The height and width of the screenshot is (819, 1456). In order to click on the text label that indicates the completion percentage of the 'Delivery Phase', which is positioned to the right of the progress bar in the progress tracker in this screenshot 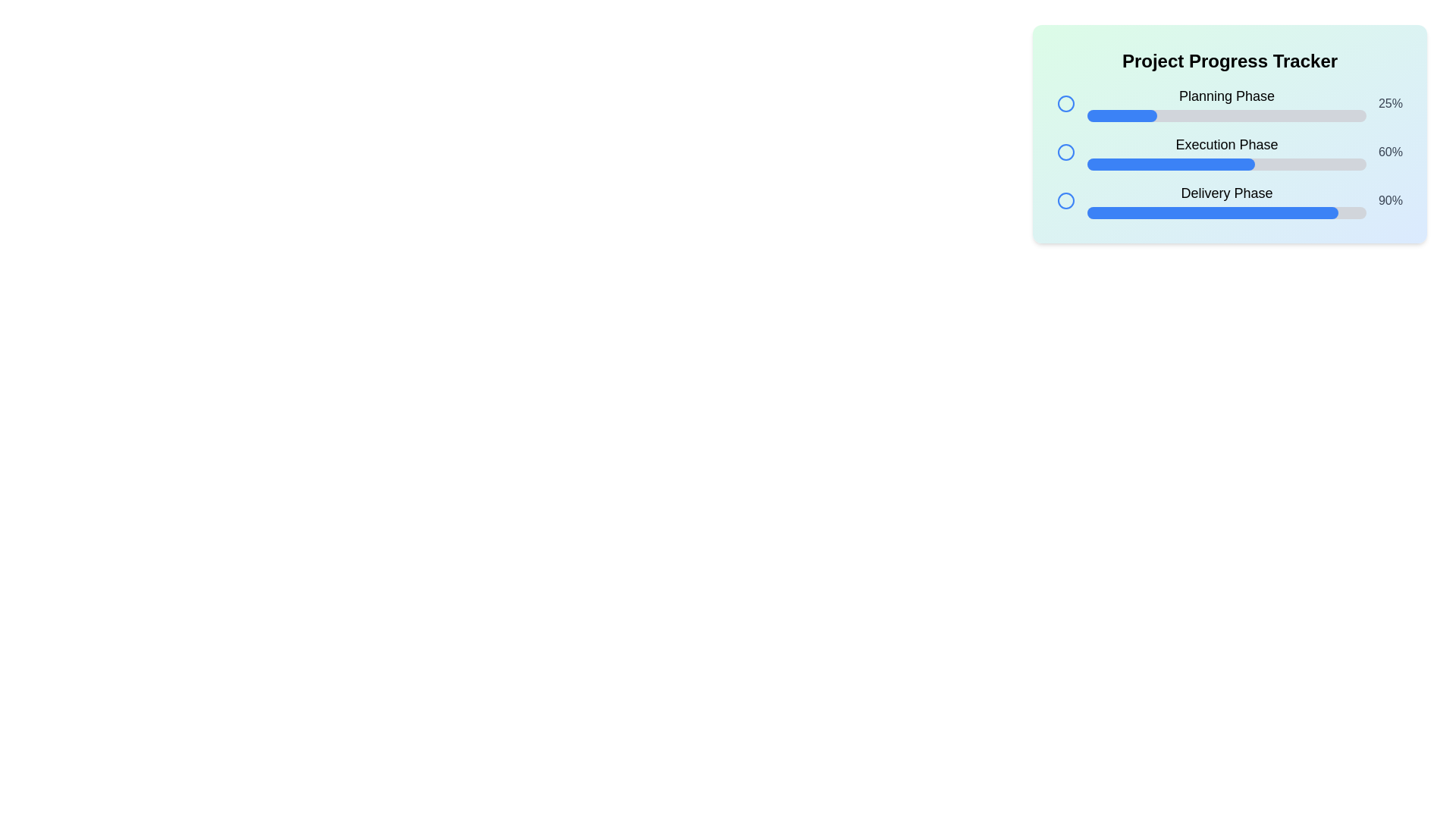, I will do `click(1390, 200)`.